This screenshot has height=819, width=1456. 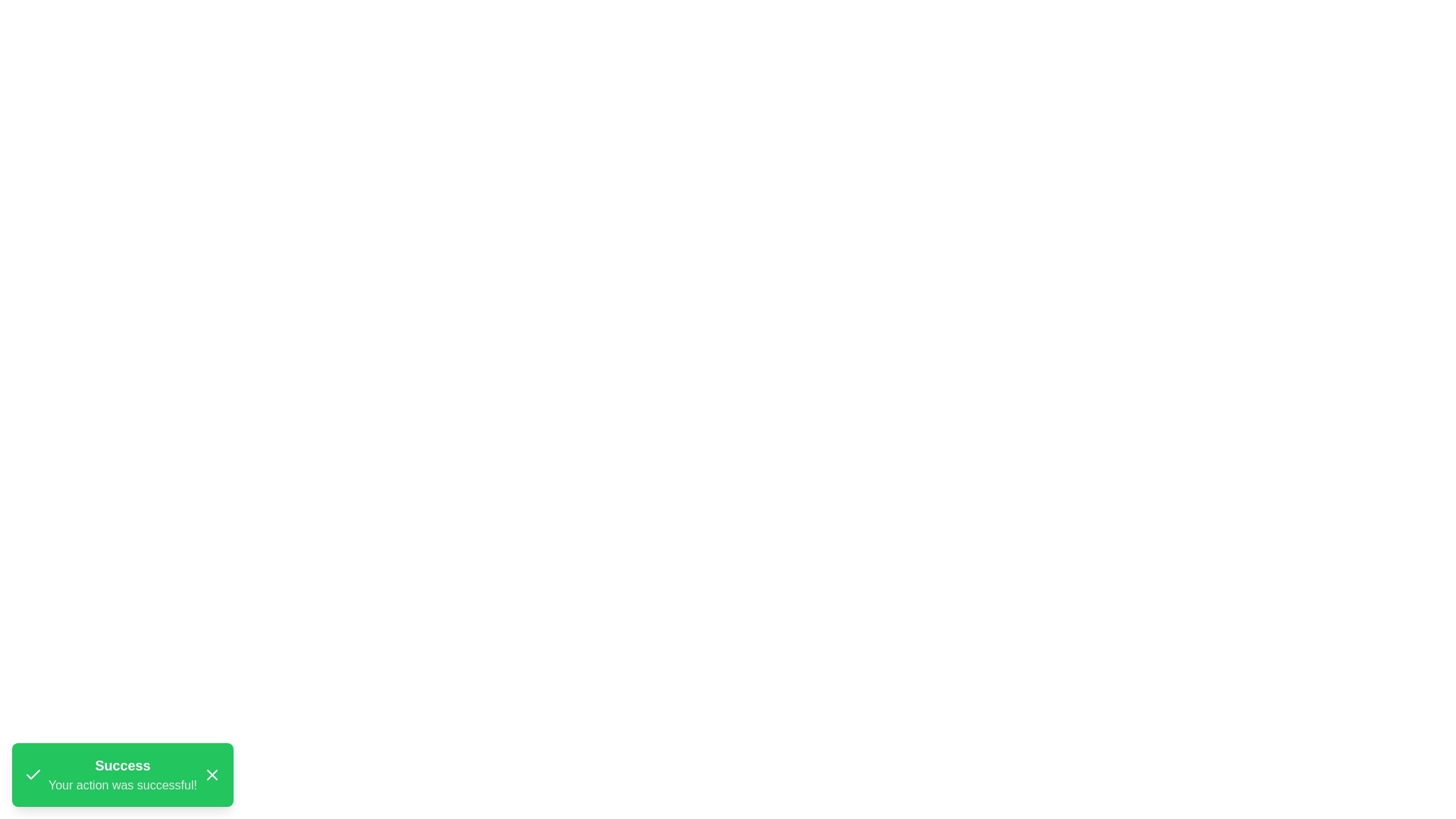 I want to click on the close button (X) of the snackbar to dismiss it, so click(x=211, y=775).